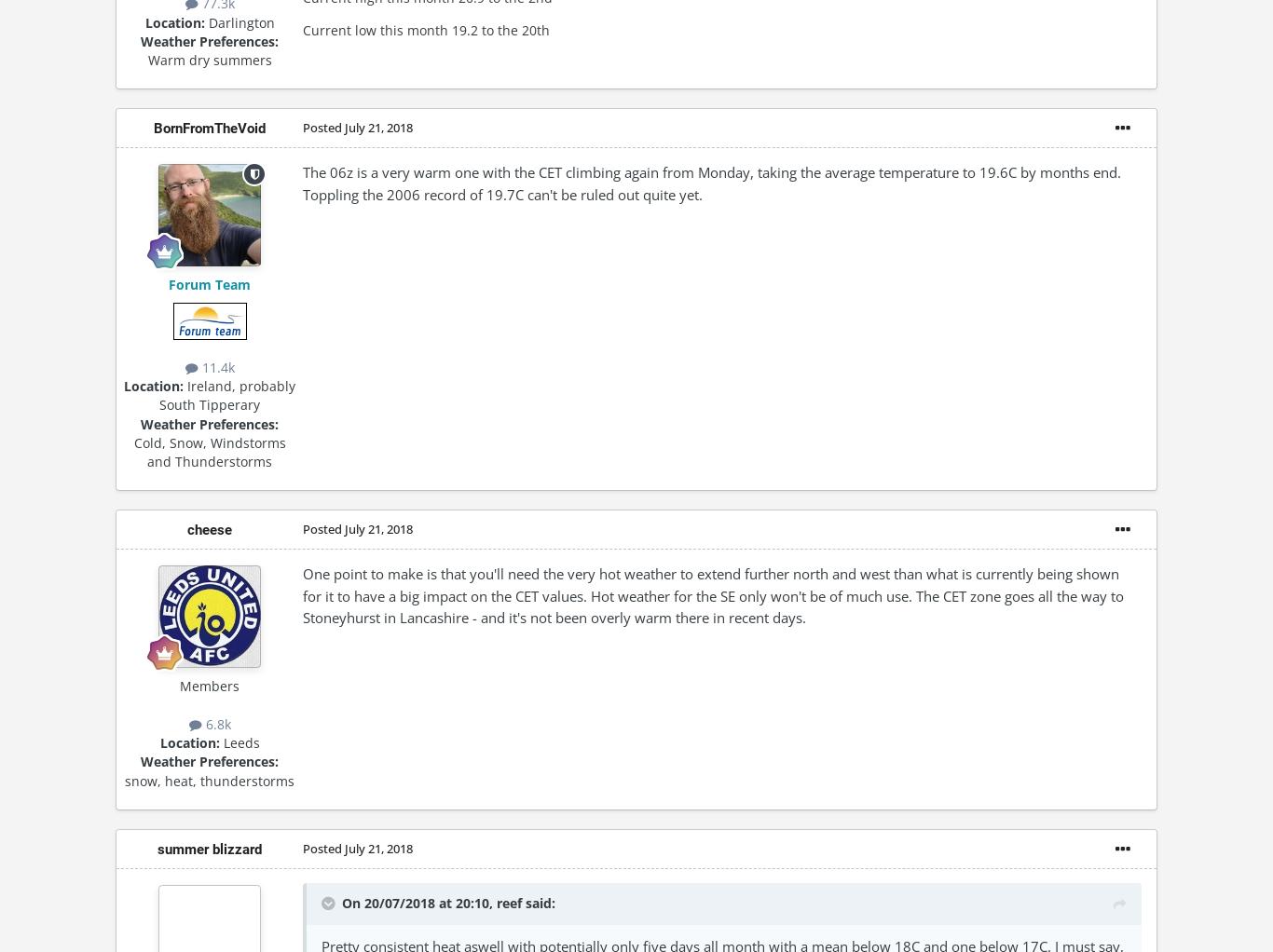 This screenshot has width=1273, height=952. What do you see at coordinates (215, 724) in the screenshot?
I see `'6.8k'` at bounding box center [215, 724].